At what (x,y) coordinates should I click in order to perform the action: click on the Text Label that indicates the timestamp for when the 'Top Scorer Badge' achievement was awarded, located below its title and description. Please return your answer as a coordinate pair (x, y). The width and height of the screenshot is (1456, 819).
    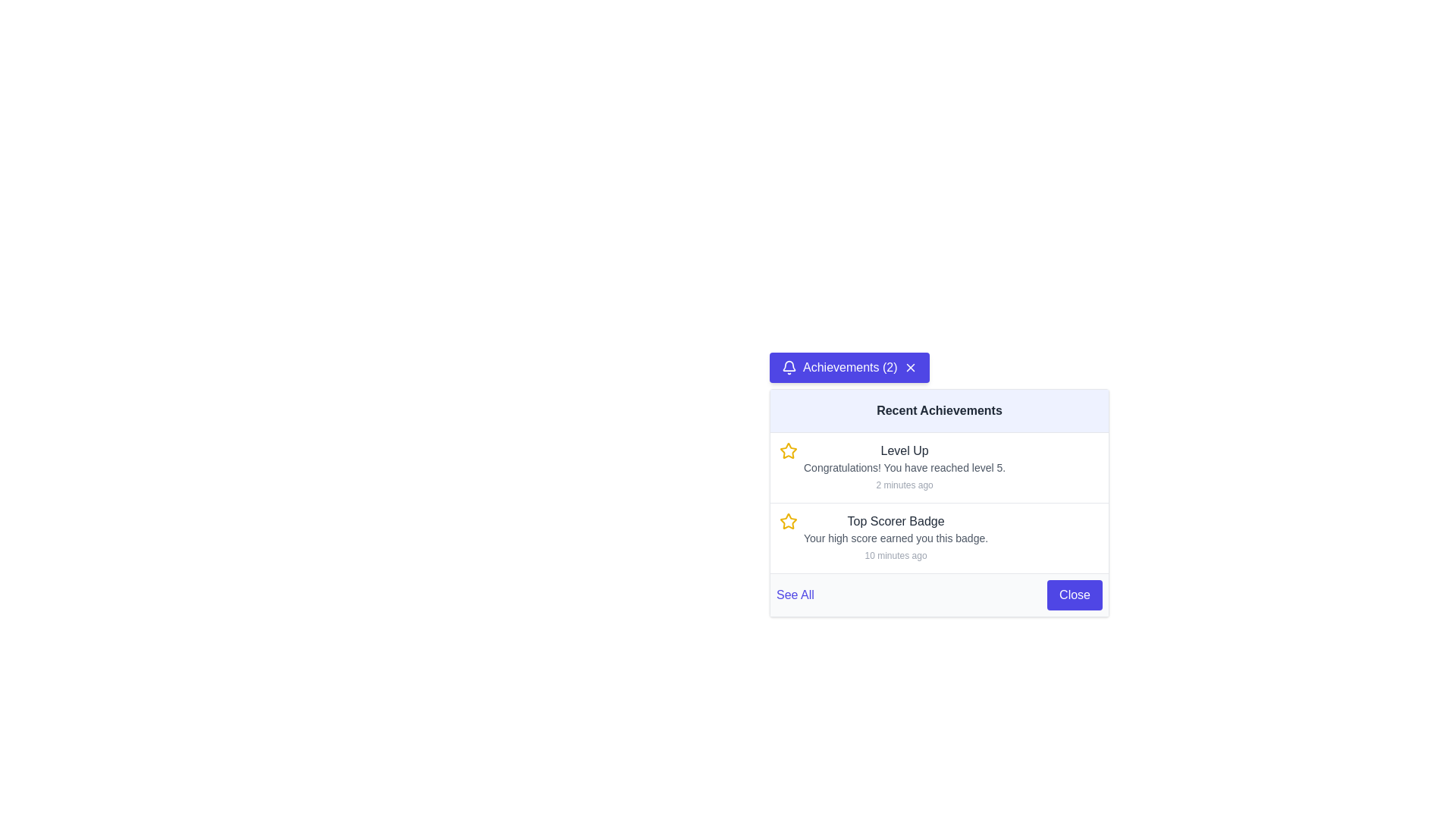
    Looking at the image, I should click on (896, 555).